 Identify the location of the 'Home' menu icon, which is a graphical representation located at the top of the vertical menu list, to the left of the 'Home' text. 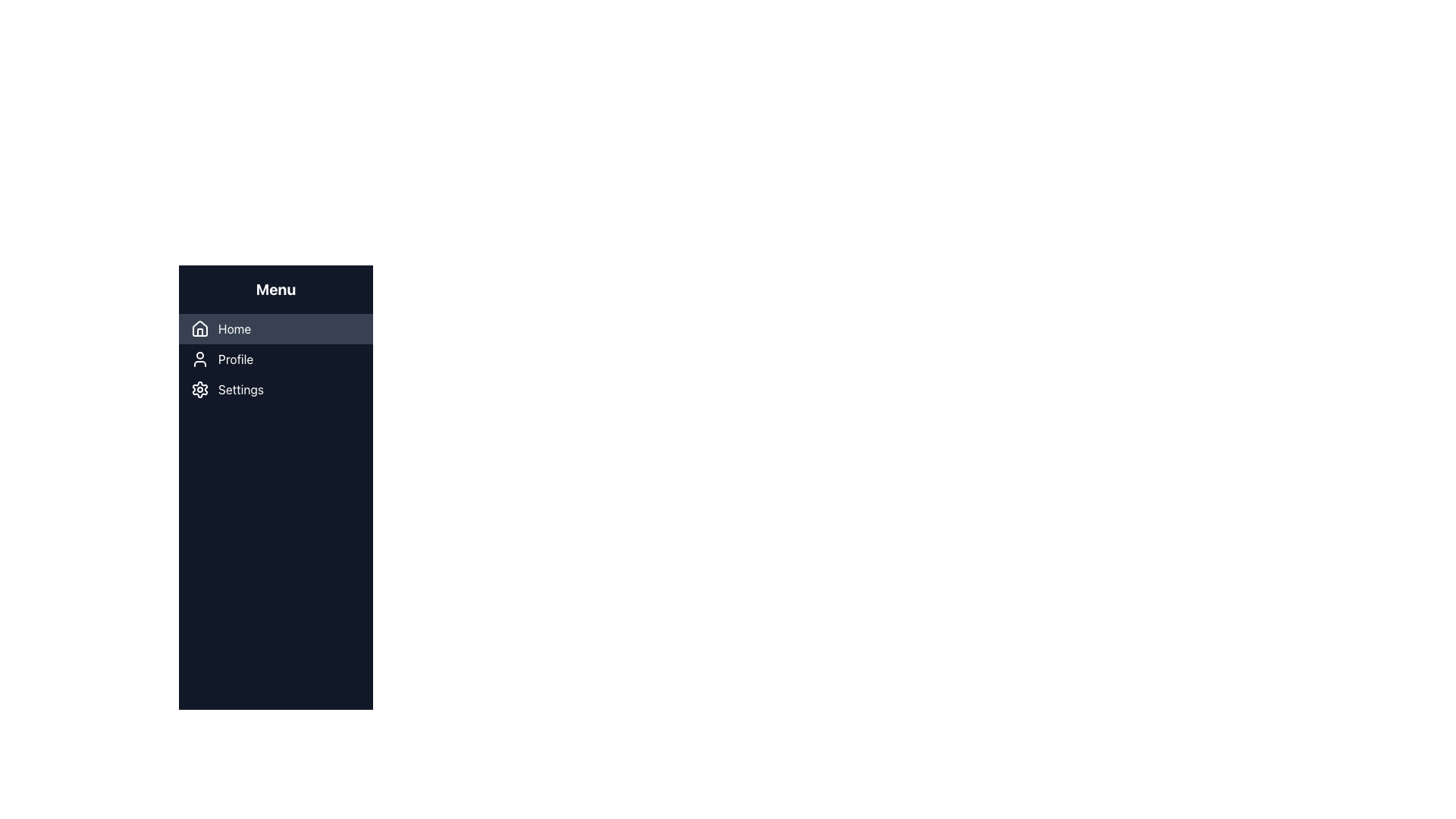
(199, 327).